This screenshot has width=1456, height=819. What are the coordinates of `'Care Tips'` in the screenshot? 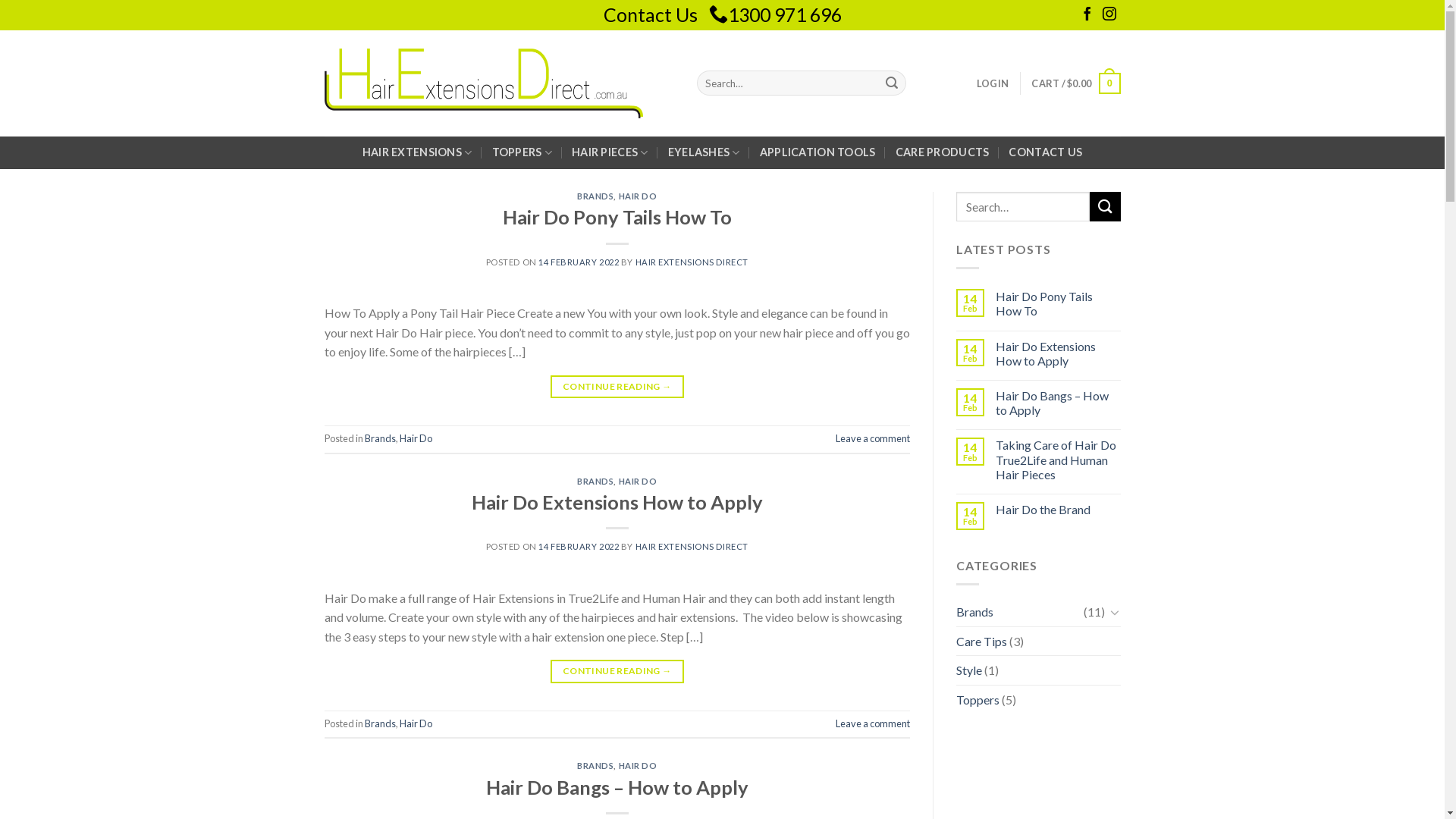 It's located at (955, 641).